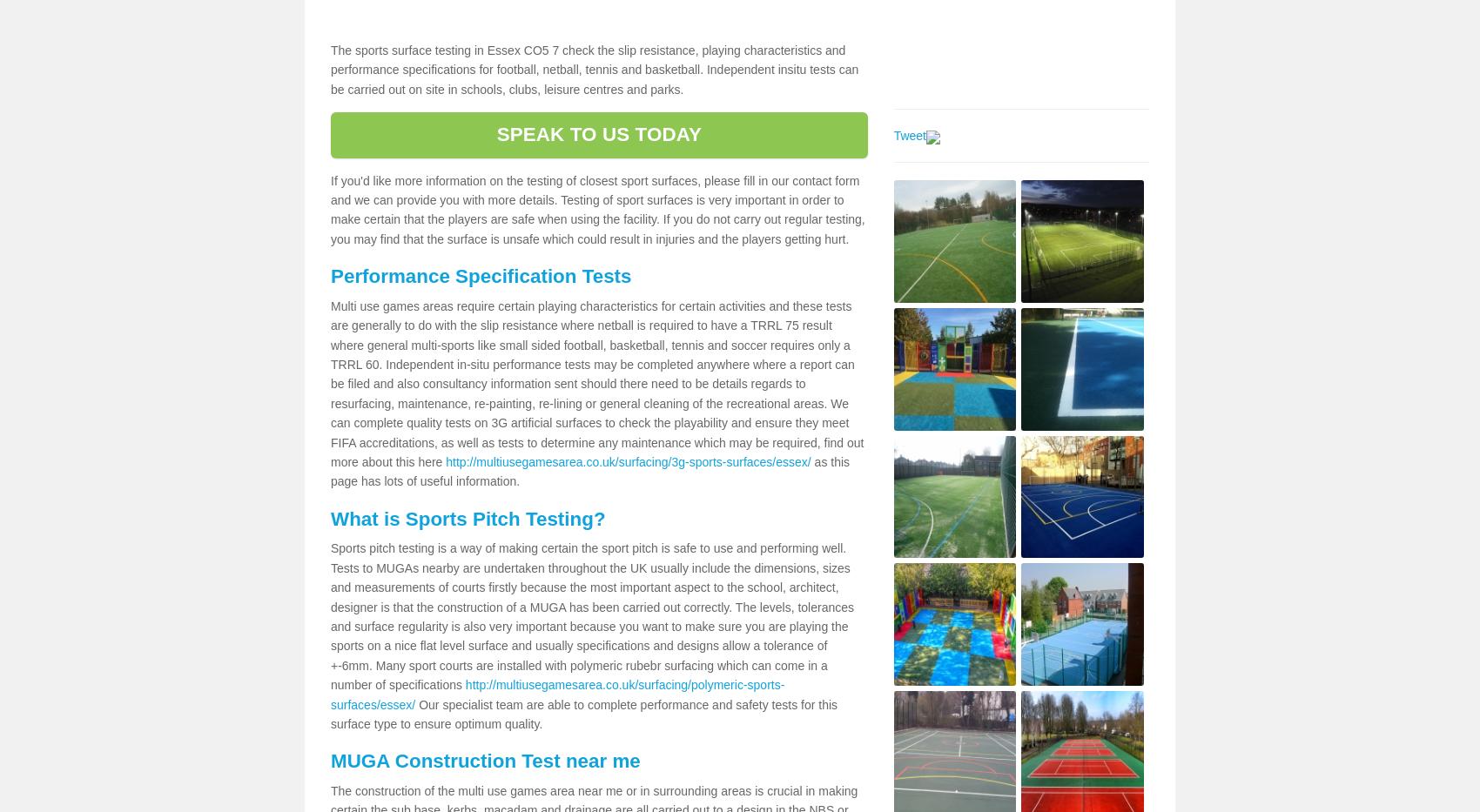 Image resolution: width=1480 pixels, height=812 pixels. Describe the element at coordinates (595, 69) in the screenshot. I see `'The sports surface testing in Essex CO5 7 check the slip resistance, playing characteristics and performance specifications for football, netball, tennis and basketball. Independent insitu tests can be carried out on site in schools, clubs, leisure centres and parks.'` at that location.